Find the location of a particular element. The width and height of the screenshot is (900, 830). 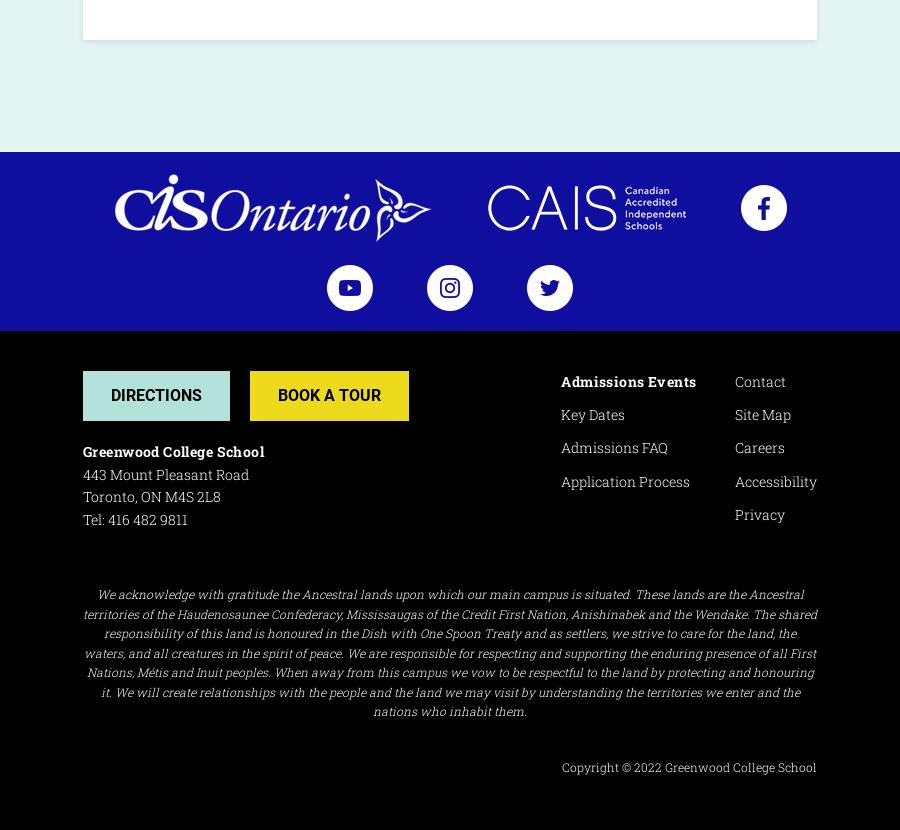

'Careers' is located at coordinates (734, 447).